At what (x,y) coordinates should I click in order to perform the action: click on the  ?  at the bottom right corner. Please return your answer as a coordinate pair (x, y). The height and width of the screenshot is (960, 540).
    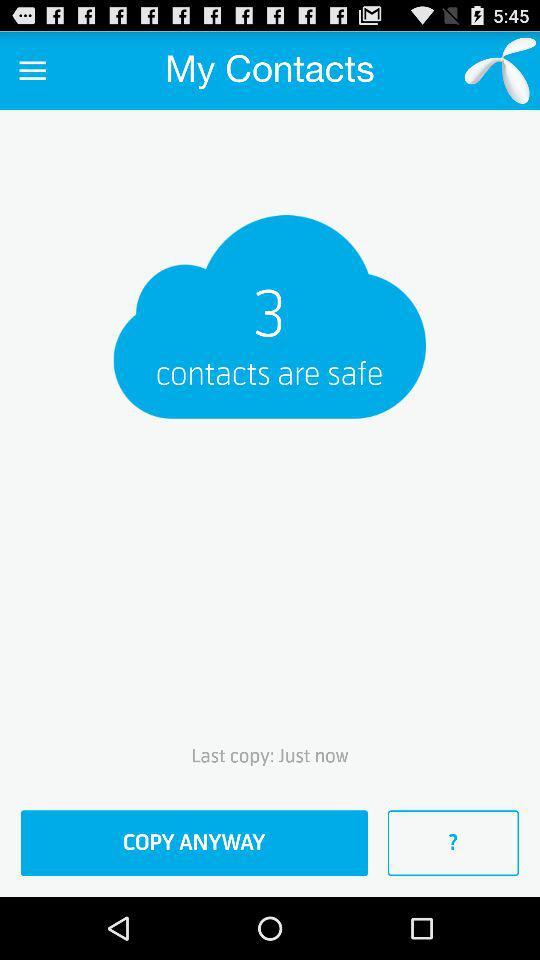
    Looking at the image, I should click on (453, 842).